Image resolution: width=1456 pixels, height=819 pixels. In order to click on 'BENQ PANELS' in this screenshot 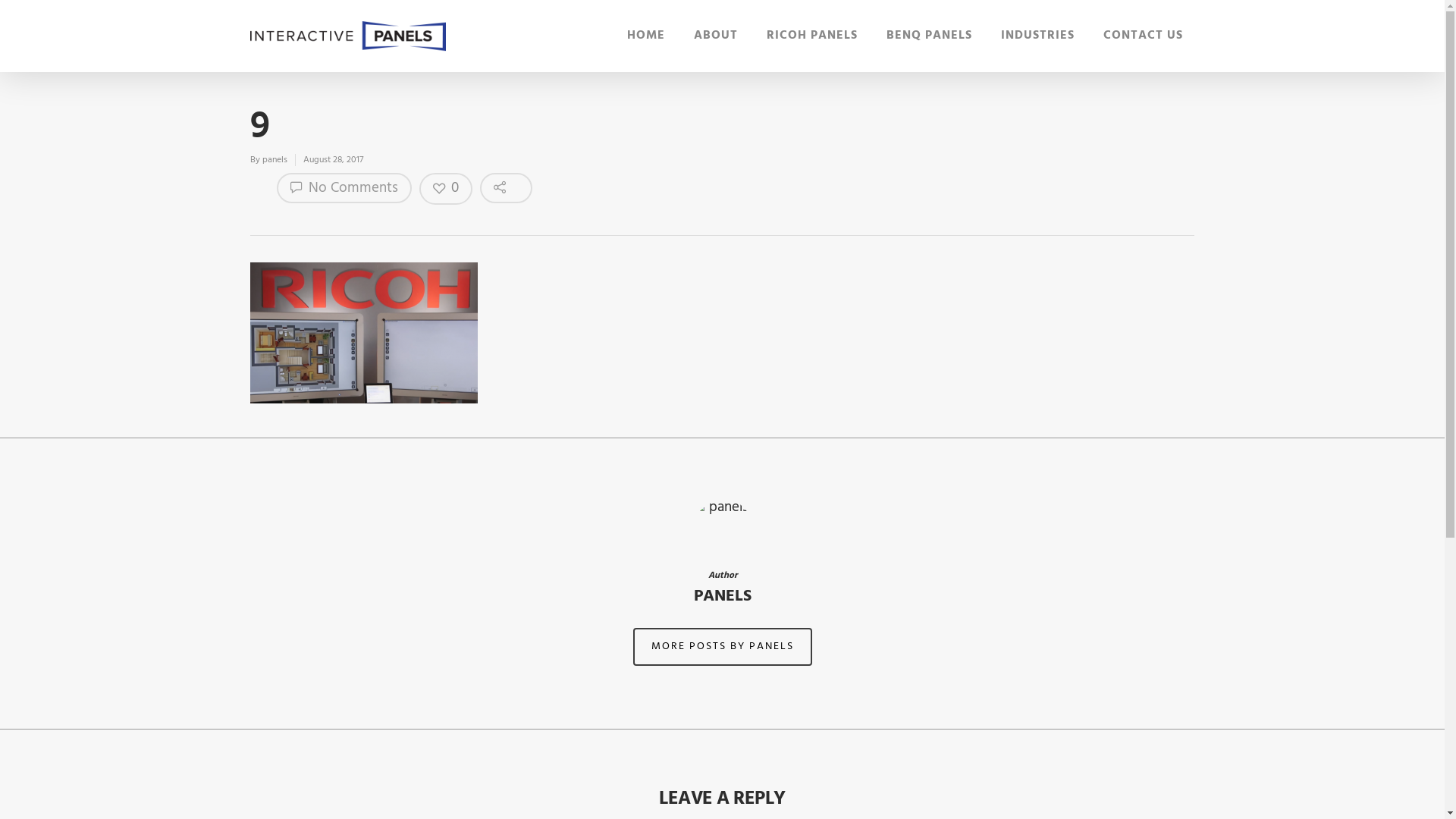, I will do `click(886, 38)`.